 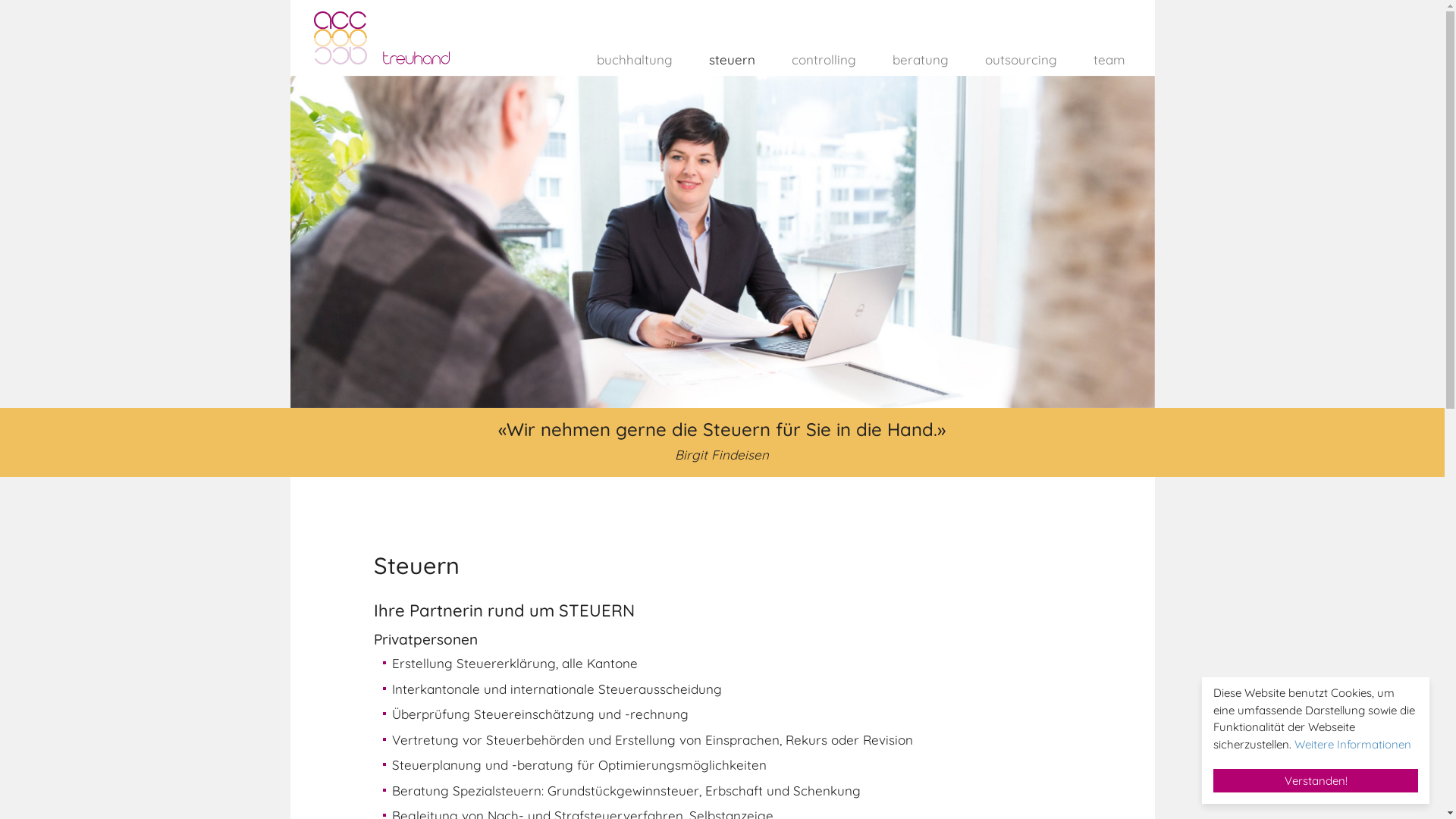 I want to click on 'team', so click(x=1062, y=55).